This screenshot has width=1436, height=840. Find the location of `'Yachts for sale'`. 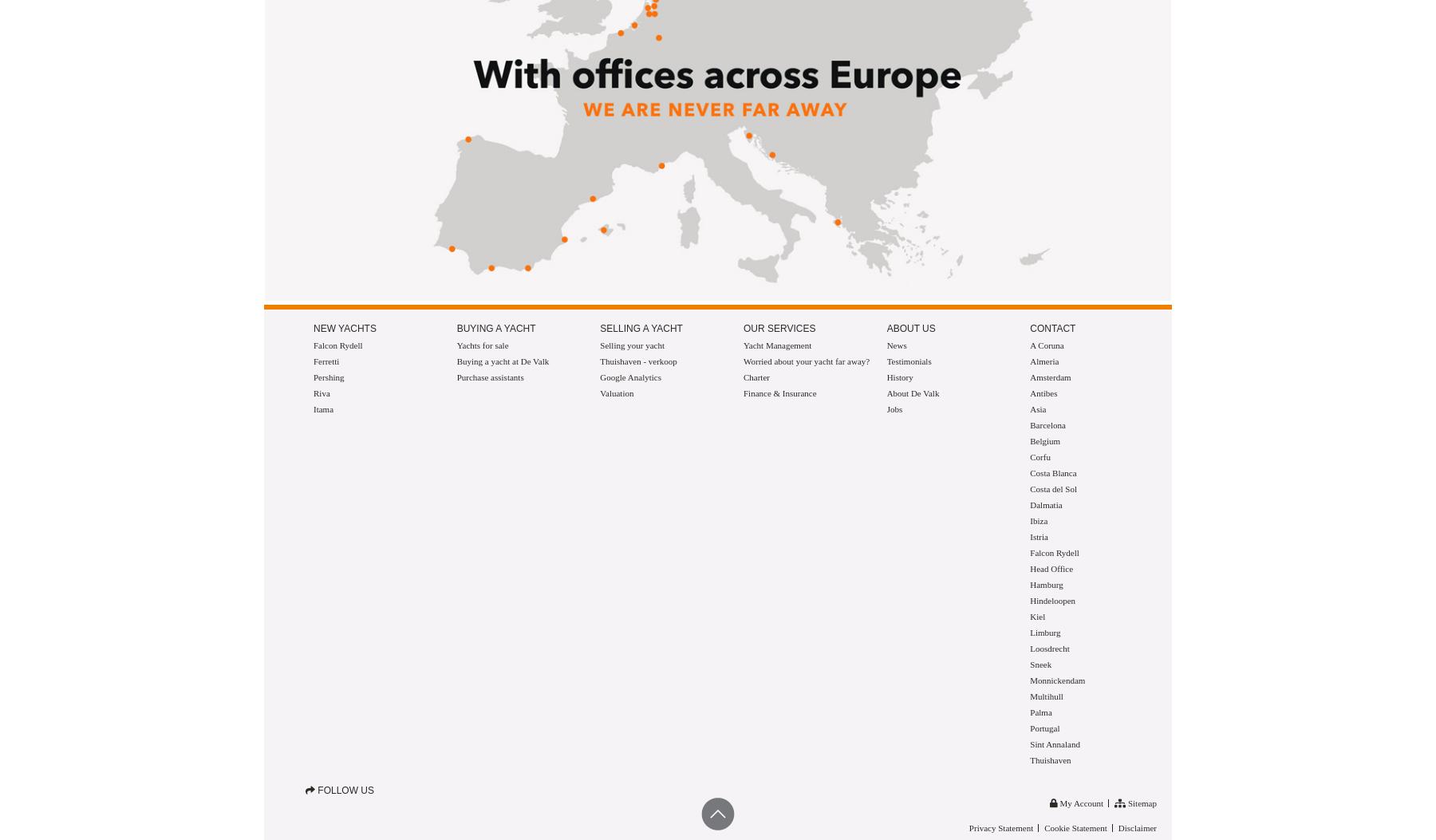

'Yachts for sale' is located at coordinates (482, 344).